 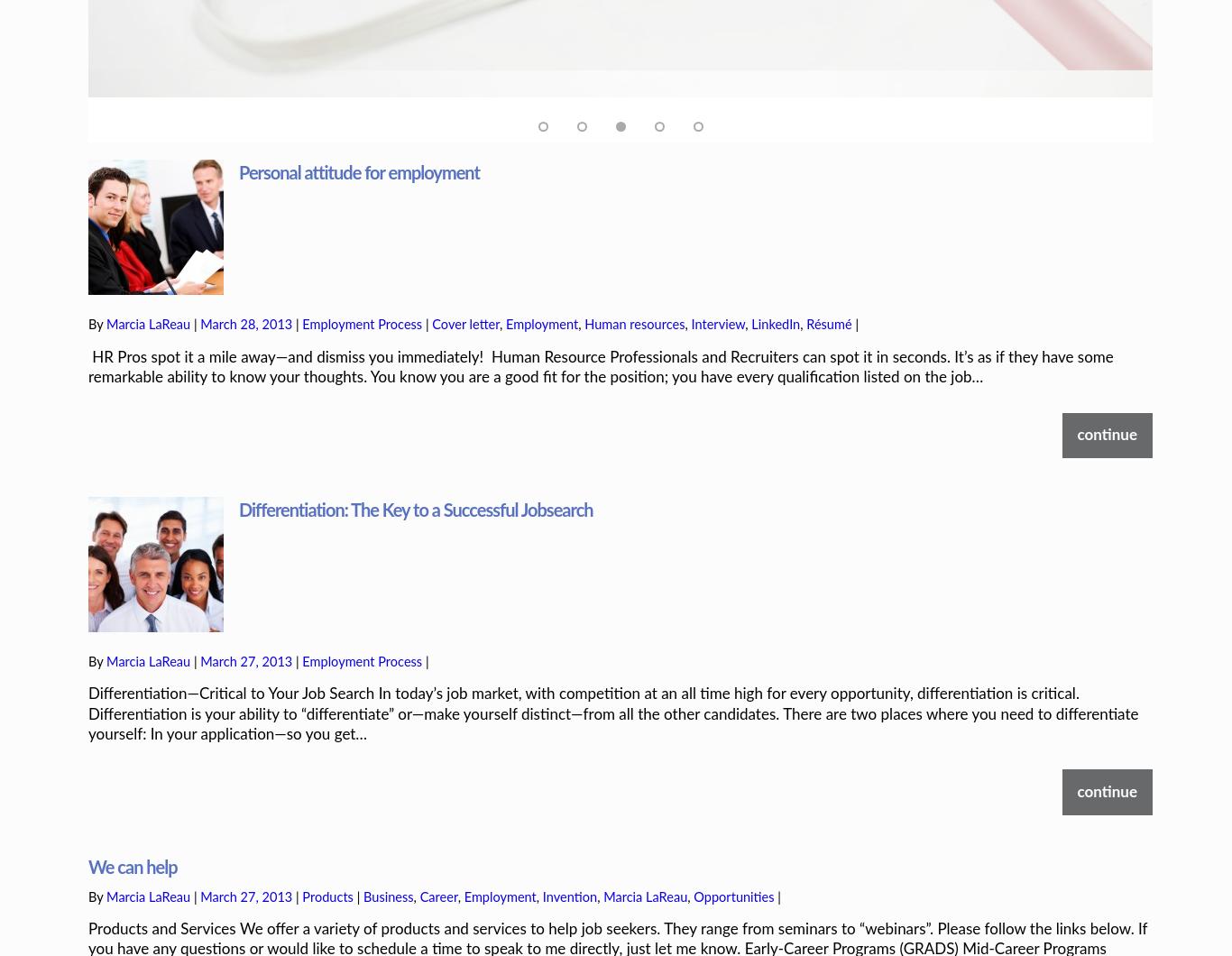 I want to click on 'LinkedIn', so click(x=775, y=263).